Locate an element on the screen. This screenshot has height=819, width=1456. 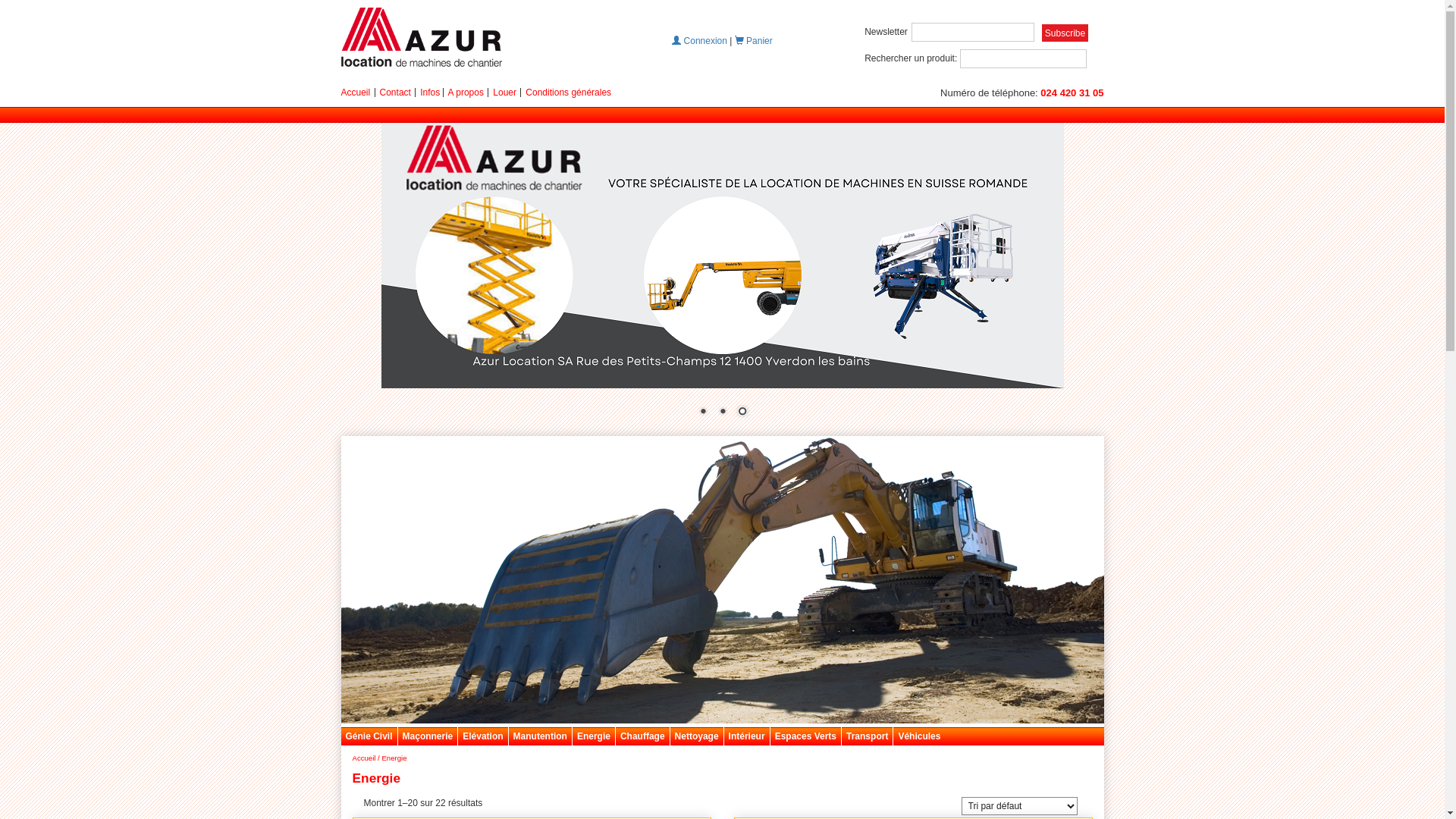
'2' is located at coordinates (722, 413).